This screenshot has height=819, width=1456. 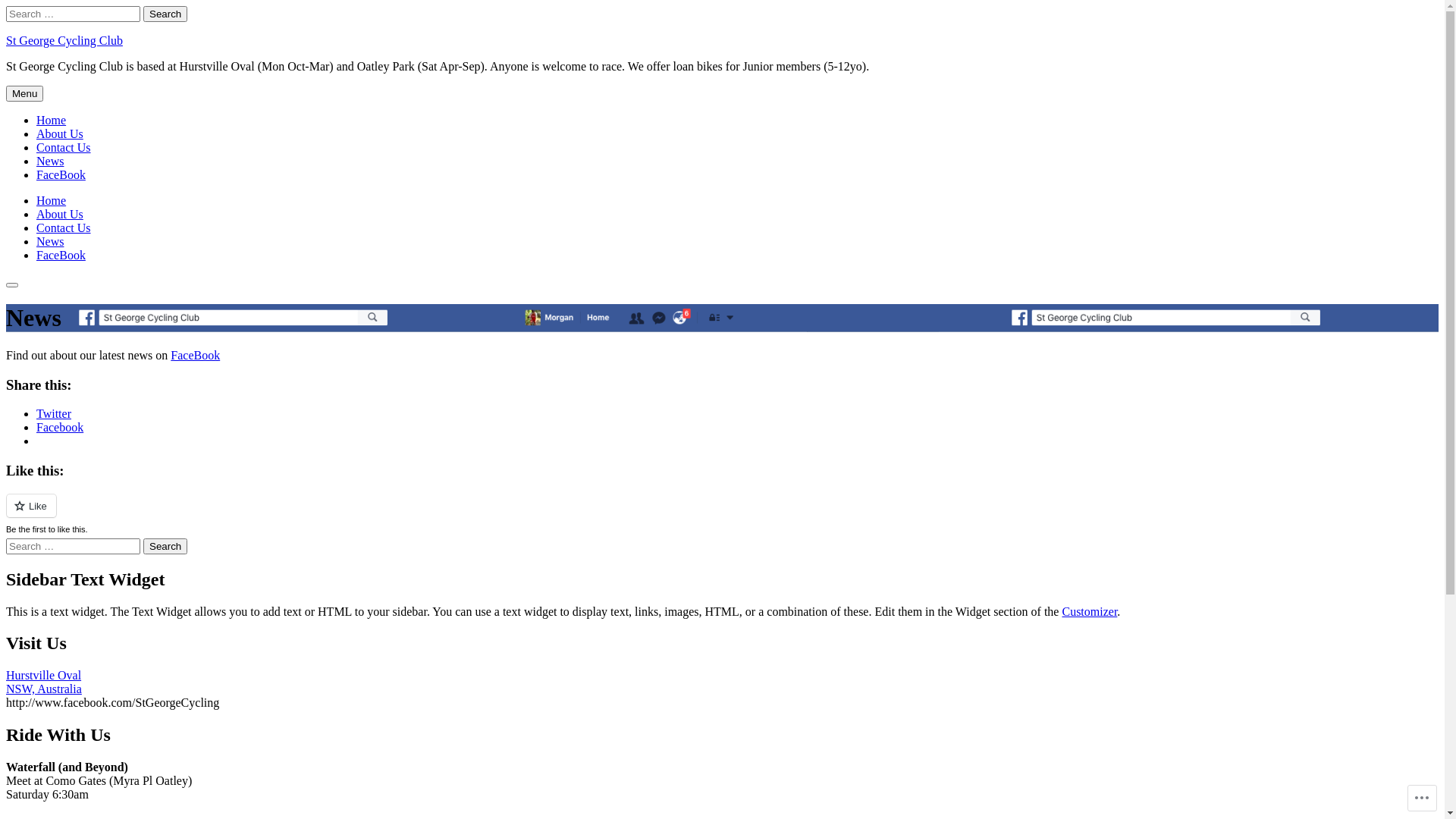 What do you see at coordinates (36, 413) in the screenshot?
I see `'Twitter'` at bounding box center [36, 413].